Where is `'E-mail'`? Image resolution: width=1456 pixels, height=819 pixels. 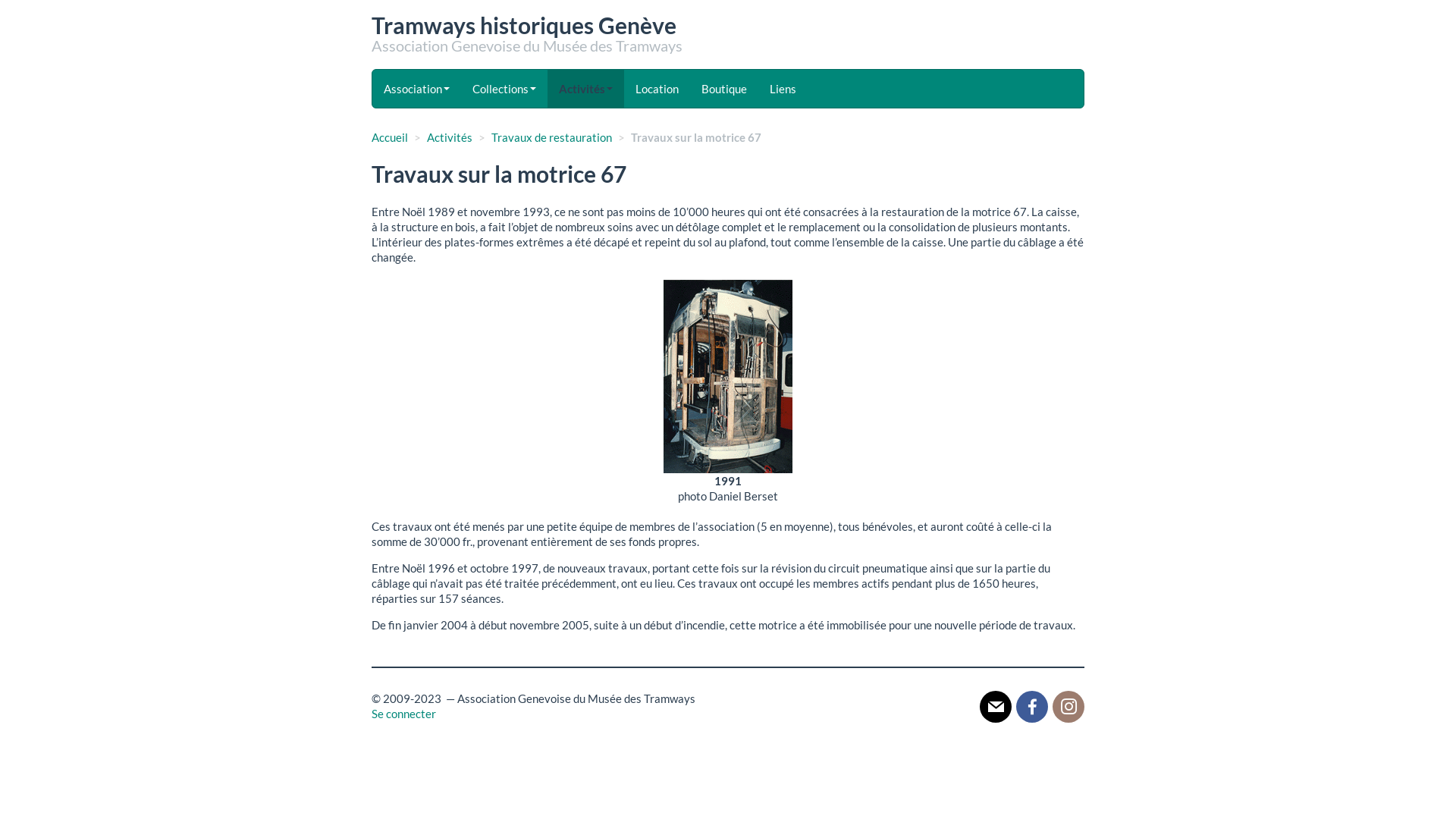 'E-mail' is located at coordinates (996, 705).